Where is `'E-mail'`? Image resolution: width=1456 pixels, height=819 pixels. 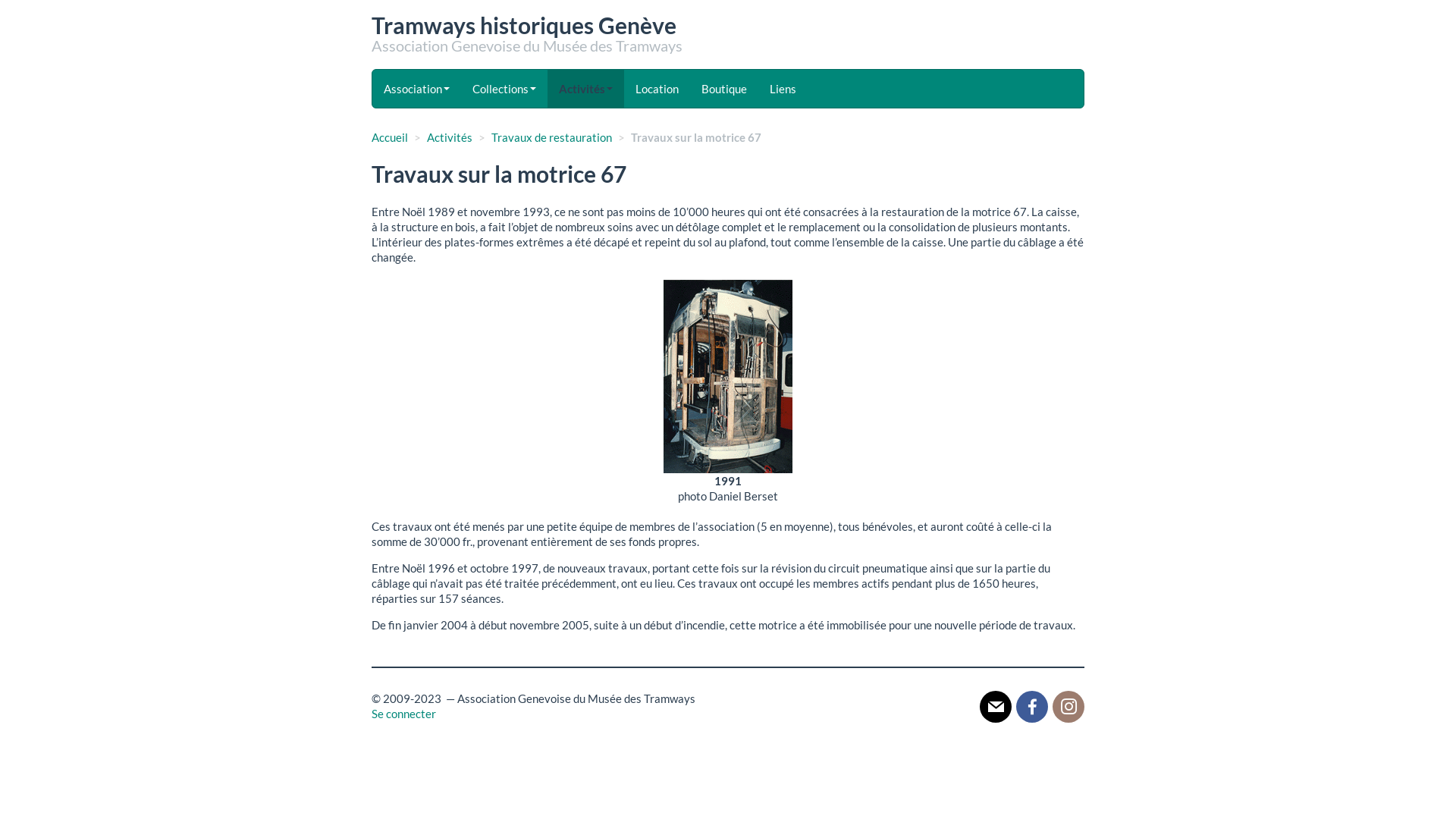 'E-mail' is located at coordinates (996, 705).